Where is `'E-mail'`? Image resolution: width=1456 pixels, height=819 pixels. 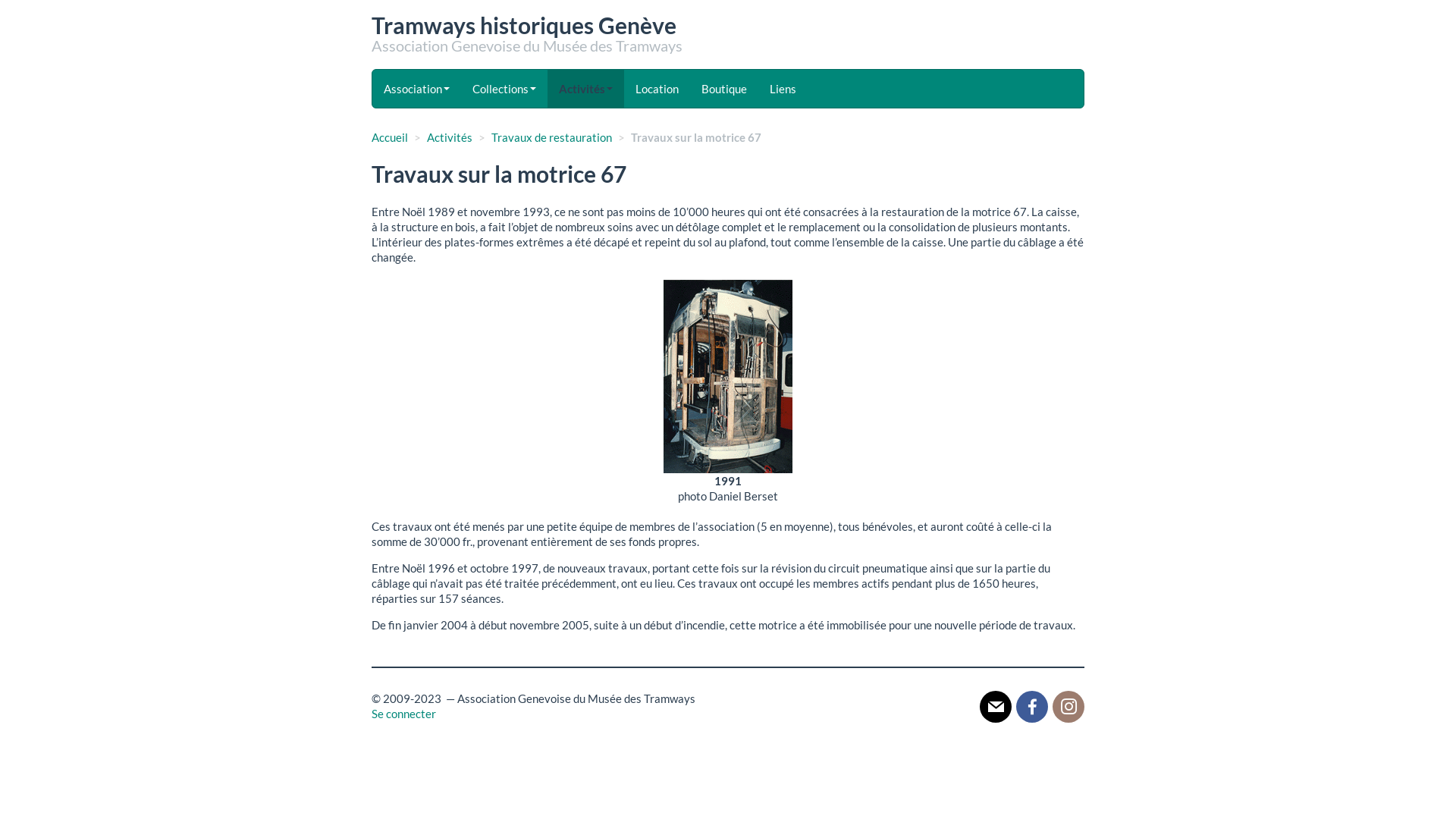 'E-mail' is located at coordinates (996, 705).